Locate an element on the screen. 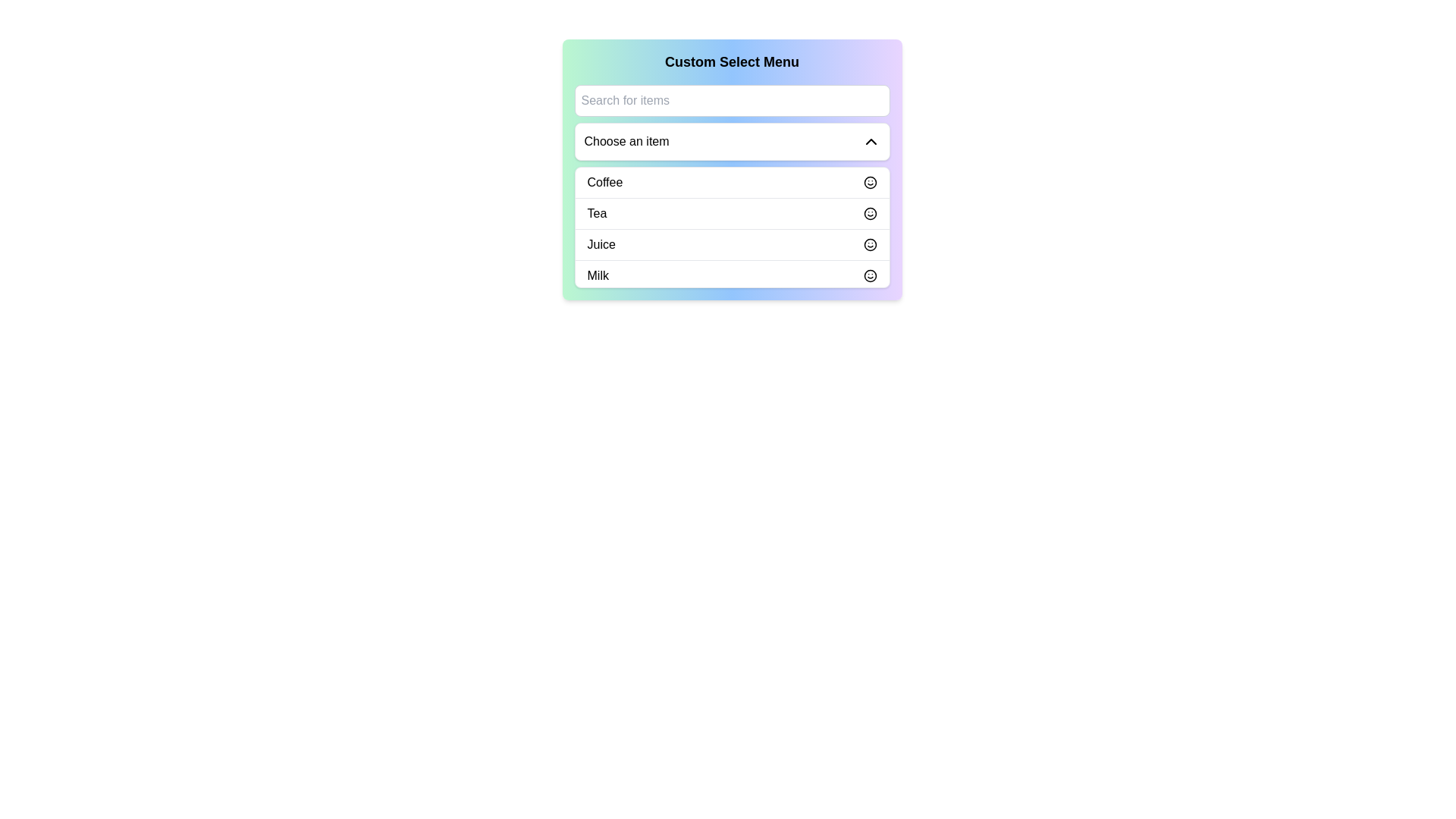 The height and width of the screenshot is (819, 1456). the smiley face icon next to the 'Juice' menu item is located at coordinates (870, 244).